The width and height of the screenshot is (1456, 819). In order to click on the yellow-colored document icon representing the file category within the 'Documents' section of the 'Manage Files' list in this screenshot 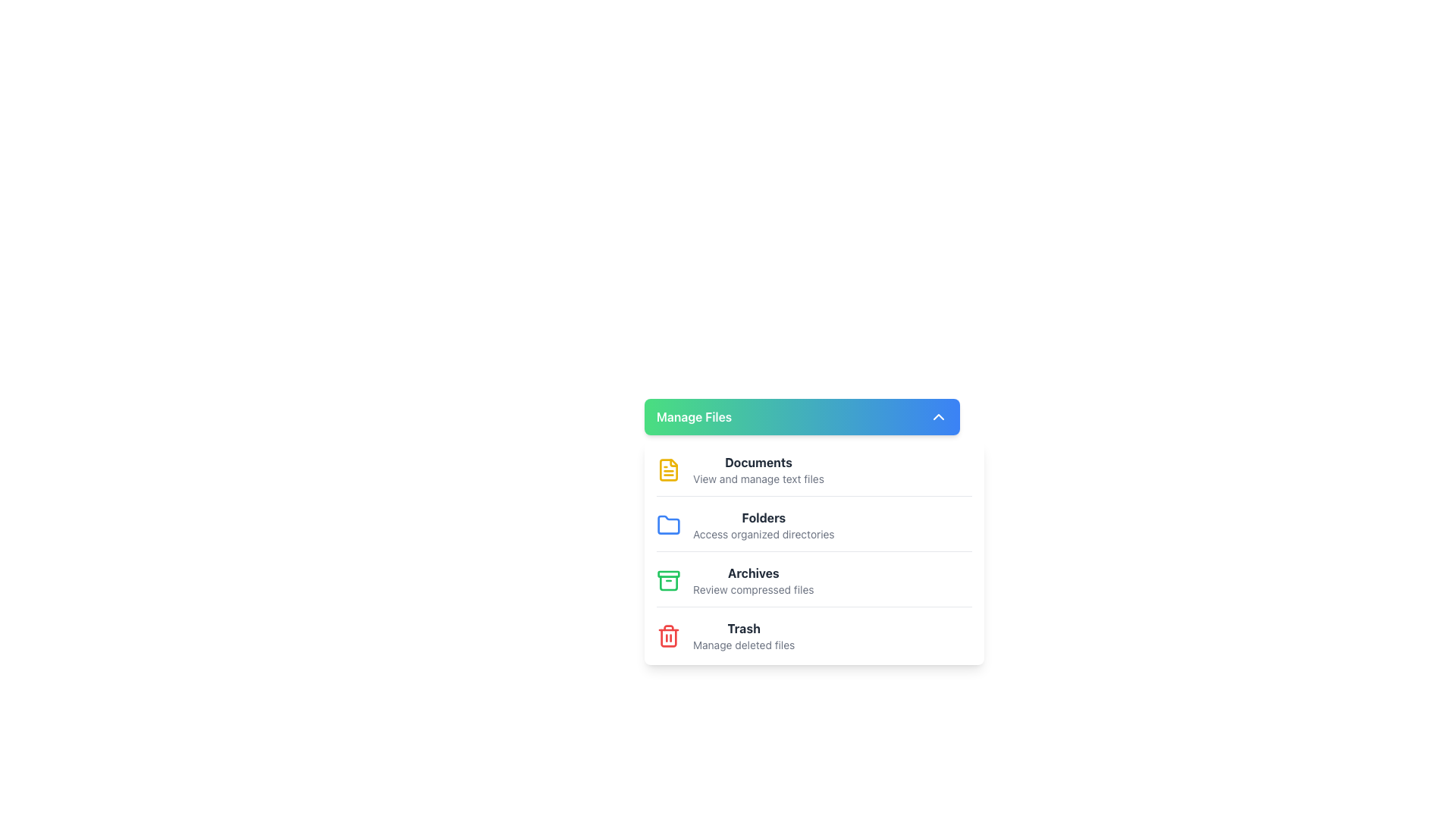, I will do `click(668, 469)`.